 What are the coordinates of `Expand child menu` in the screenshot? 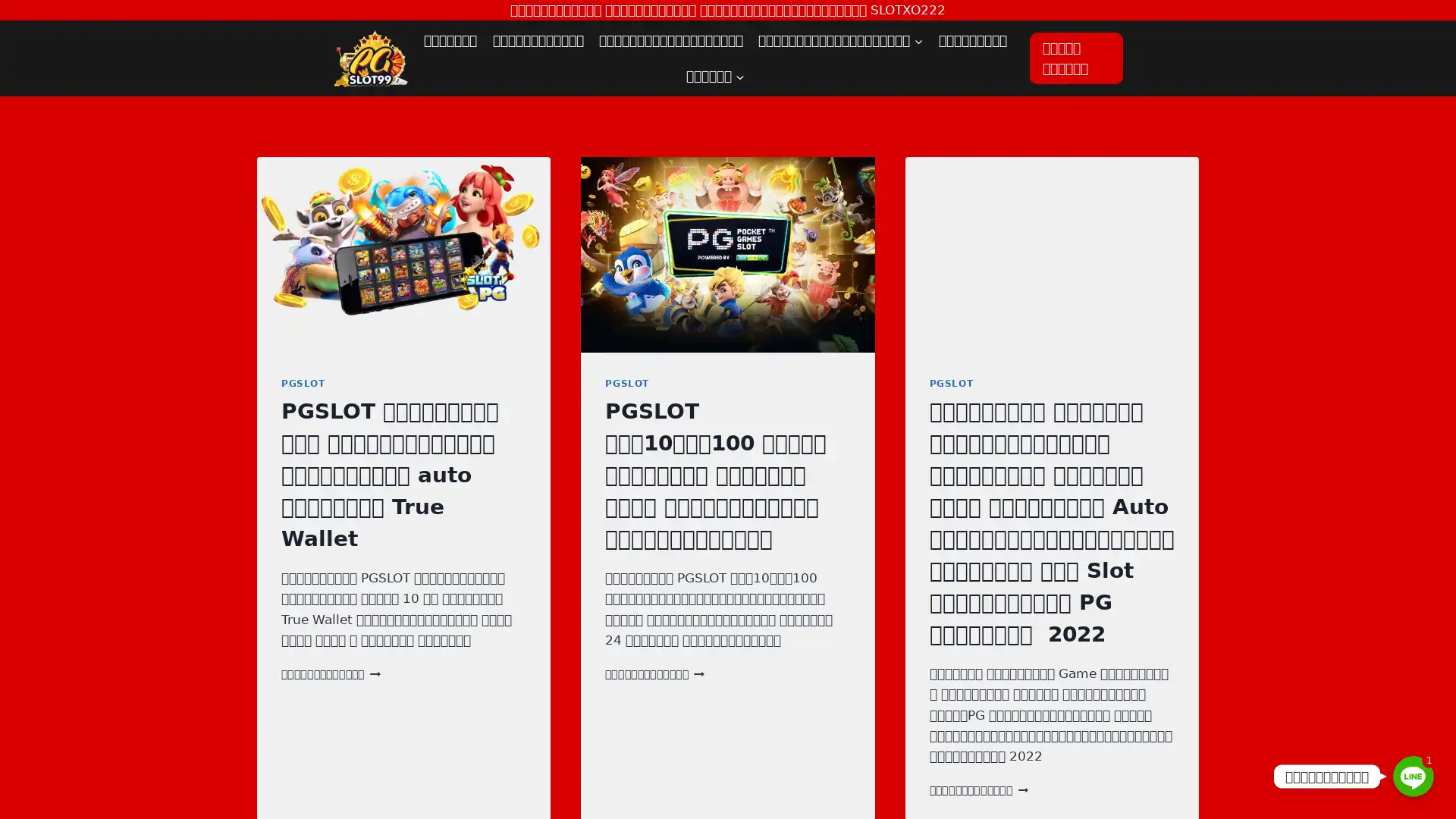 It's located at (714, 76).